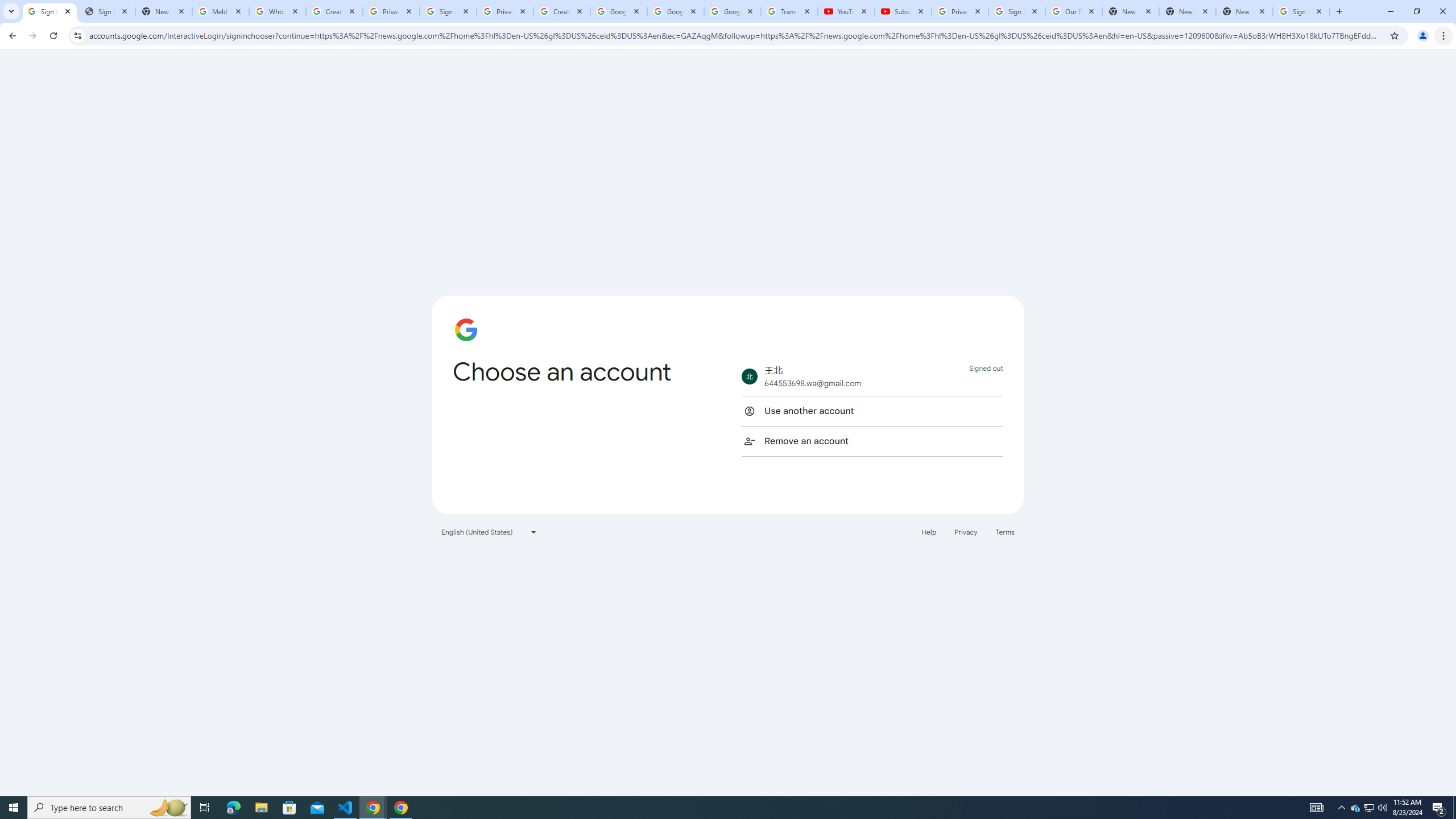 This screenshot has height=819, width=1456. What do you see at coordinates (846, 11) in the screenshot?
I see `'YouTube'` at bounding box center [846, 11].